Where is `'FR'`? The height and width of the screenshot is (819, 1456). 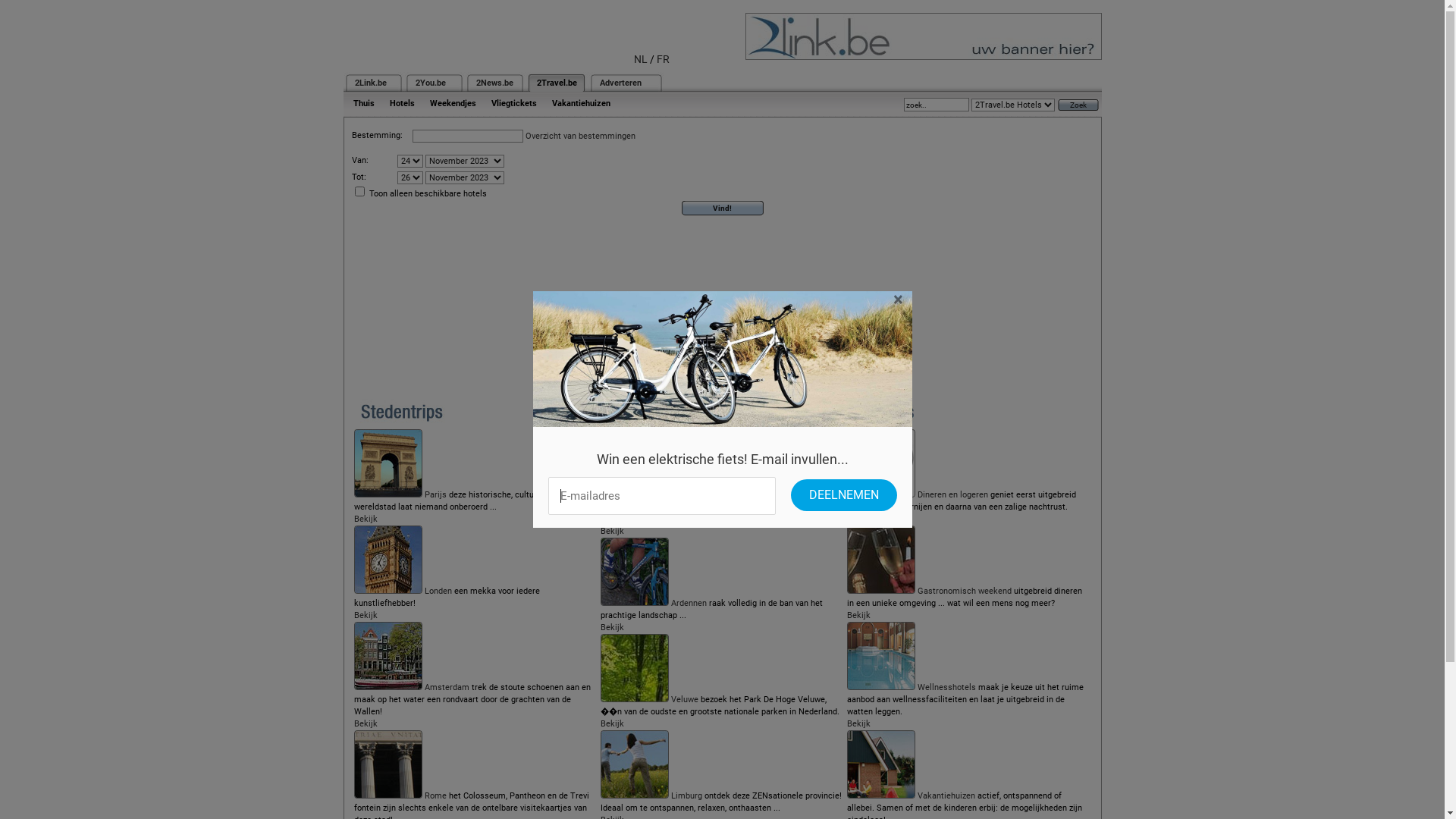
'FR' is located at coordinates (663, 58).